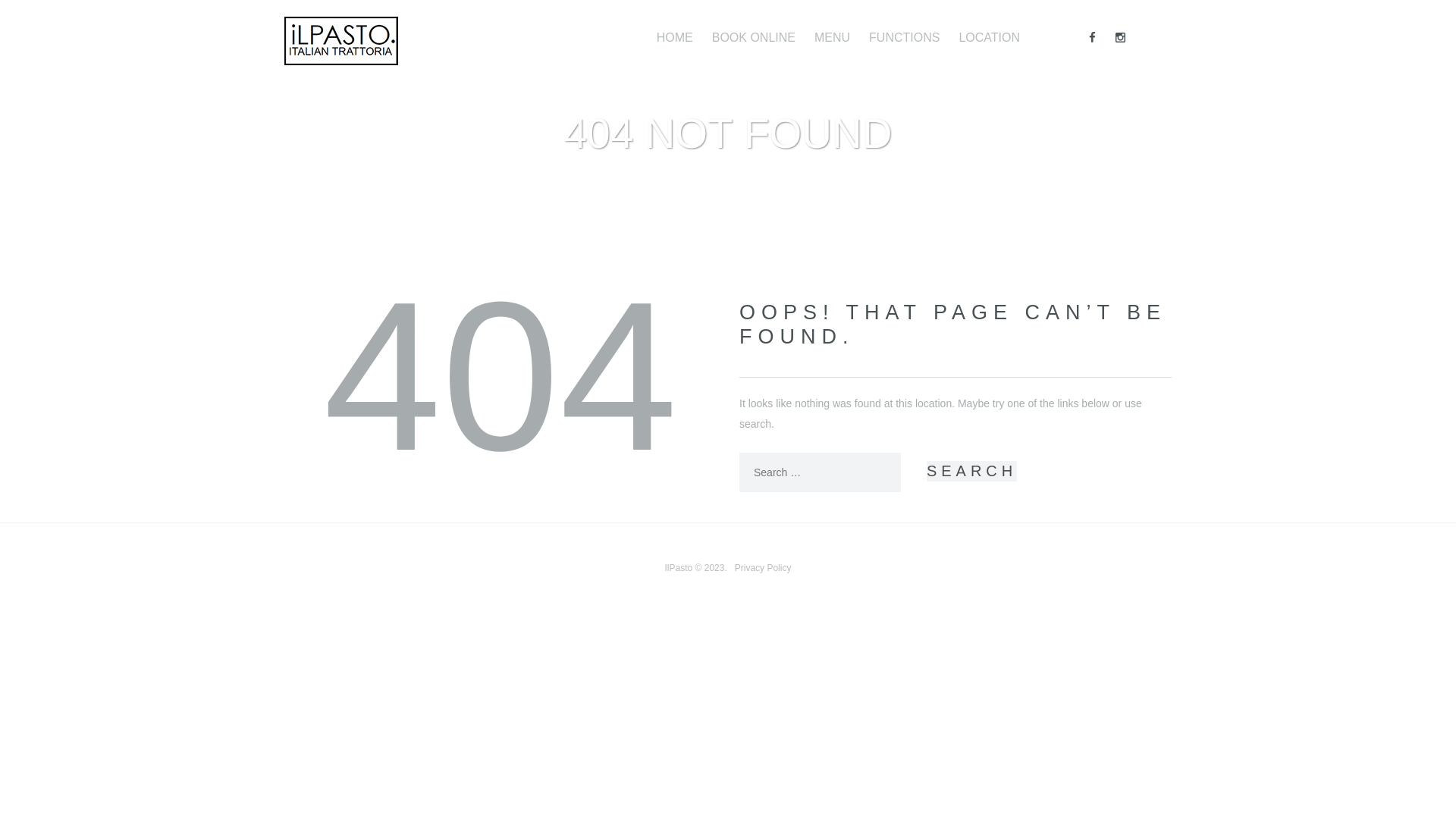 The height and width of the screenshot is (819, 1456). Describe the element at coordinates (831, 37) in the screenshot. I see `'MENU'` at that location.